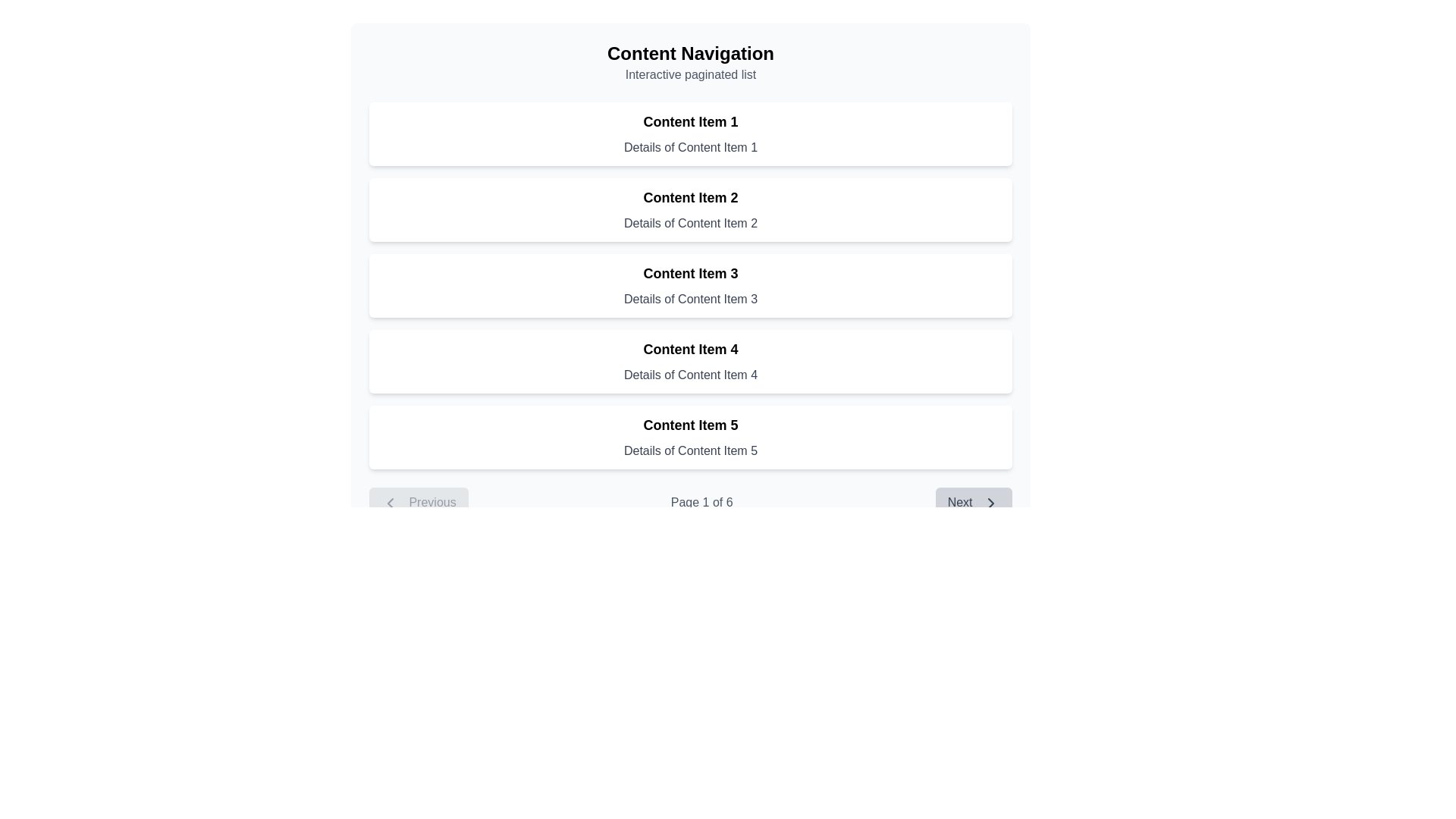 This screenshot has height=819, width=1456. I want to click on the text label that reads 'Details of Content Item 4', which is styled in gray and positioned below the title 'Content Item 4' within a white card-like structure, so click(690, 375).